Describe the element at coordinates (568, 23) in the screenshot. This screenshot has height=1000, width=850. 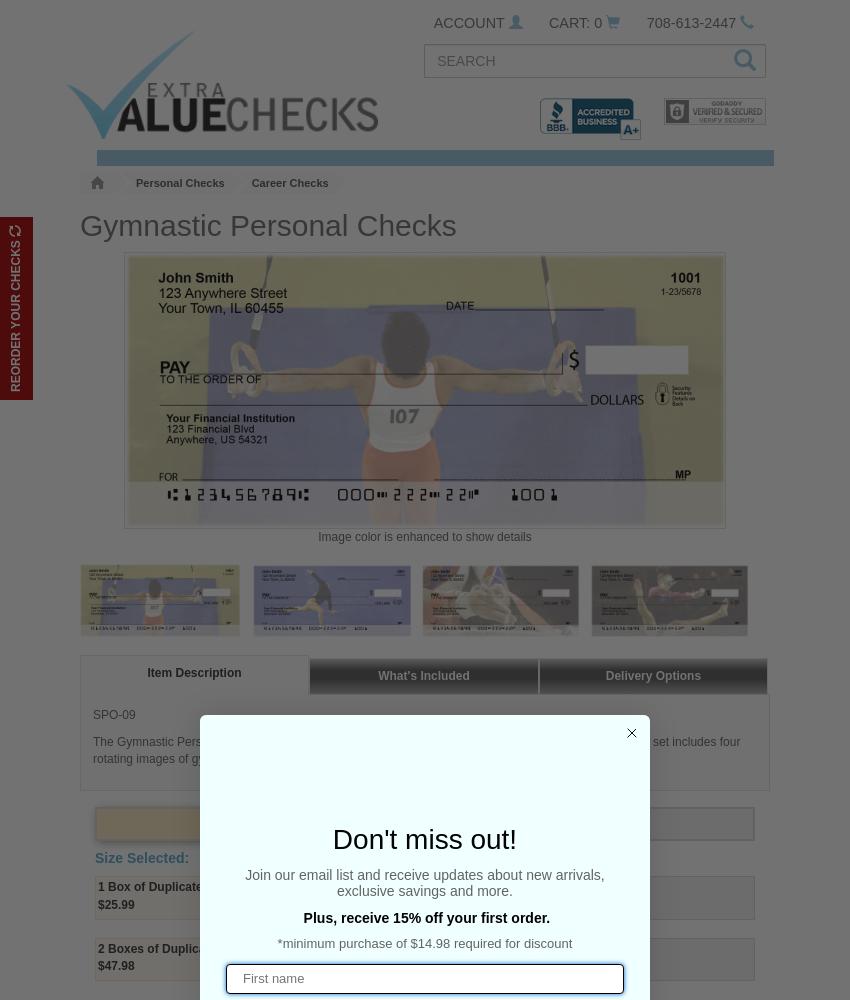
I see `'CART:'` at that location.